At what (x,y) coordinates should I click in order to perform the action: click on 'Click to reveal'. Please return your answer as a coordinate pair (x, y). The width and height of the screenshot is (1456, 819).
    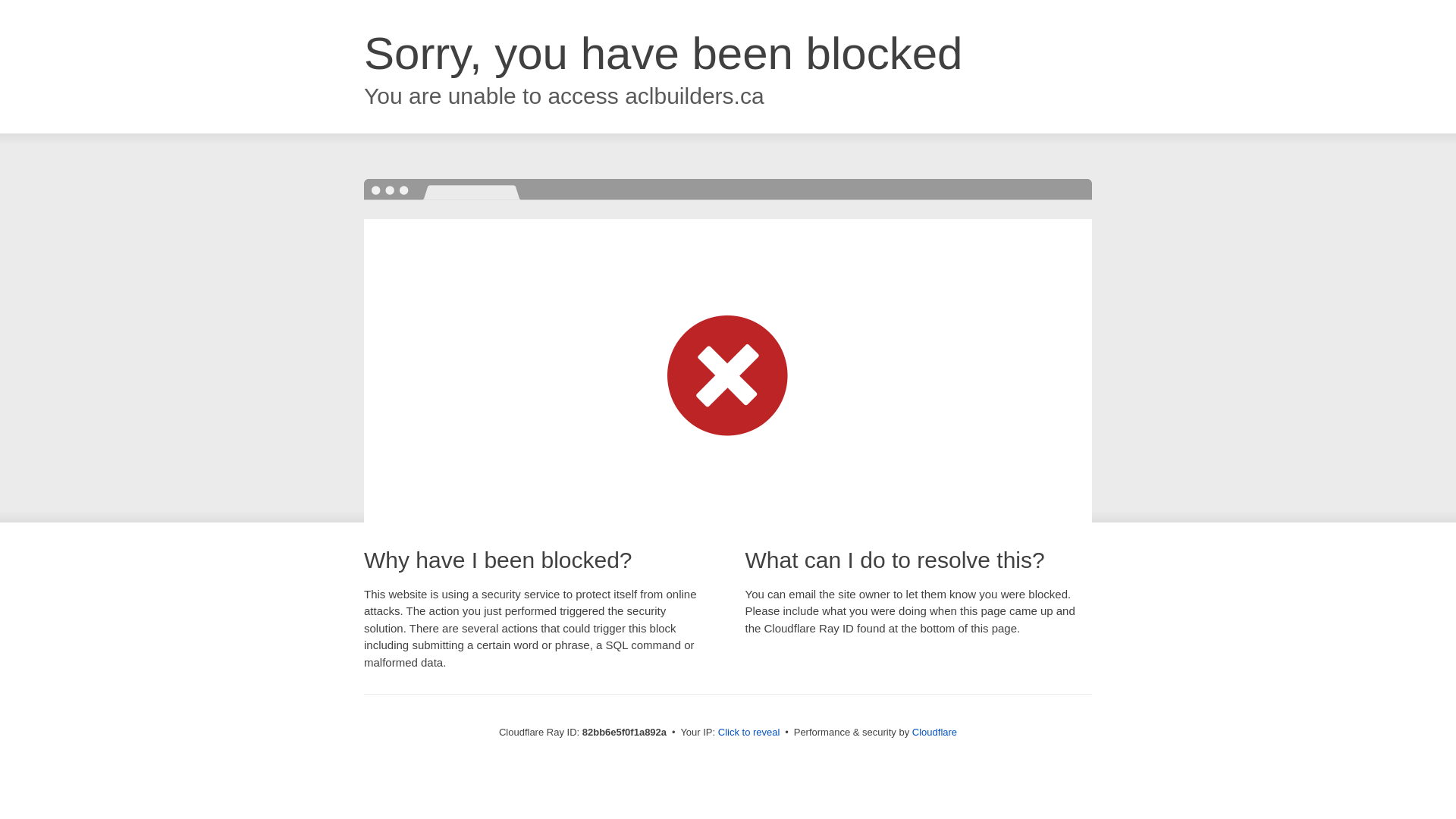
    Looking at the image, I should click on (749, 731).